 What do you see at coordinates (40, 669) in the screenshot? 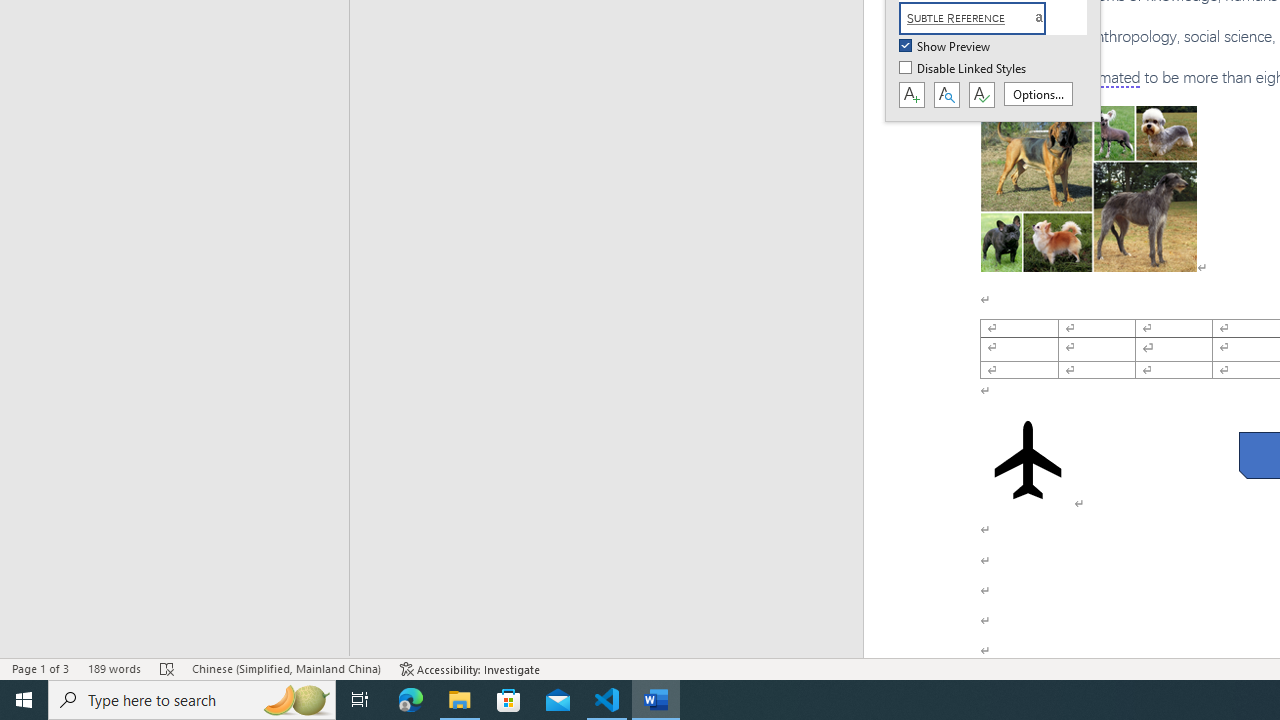
I see `'Page Number Page 1 of 3'` at bounding box center [40, 669].